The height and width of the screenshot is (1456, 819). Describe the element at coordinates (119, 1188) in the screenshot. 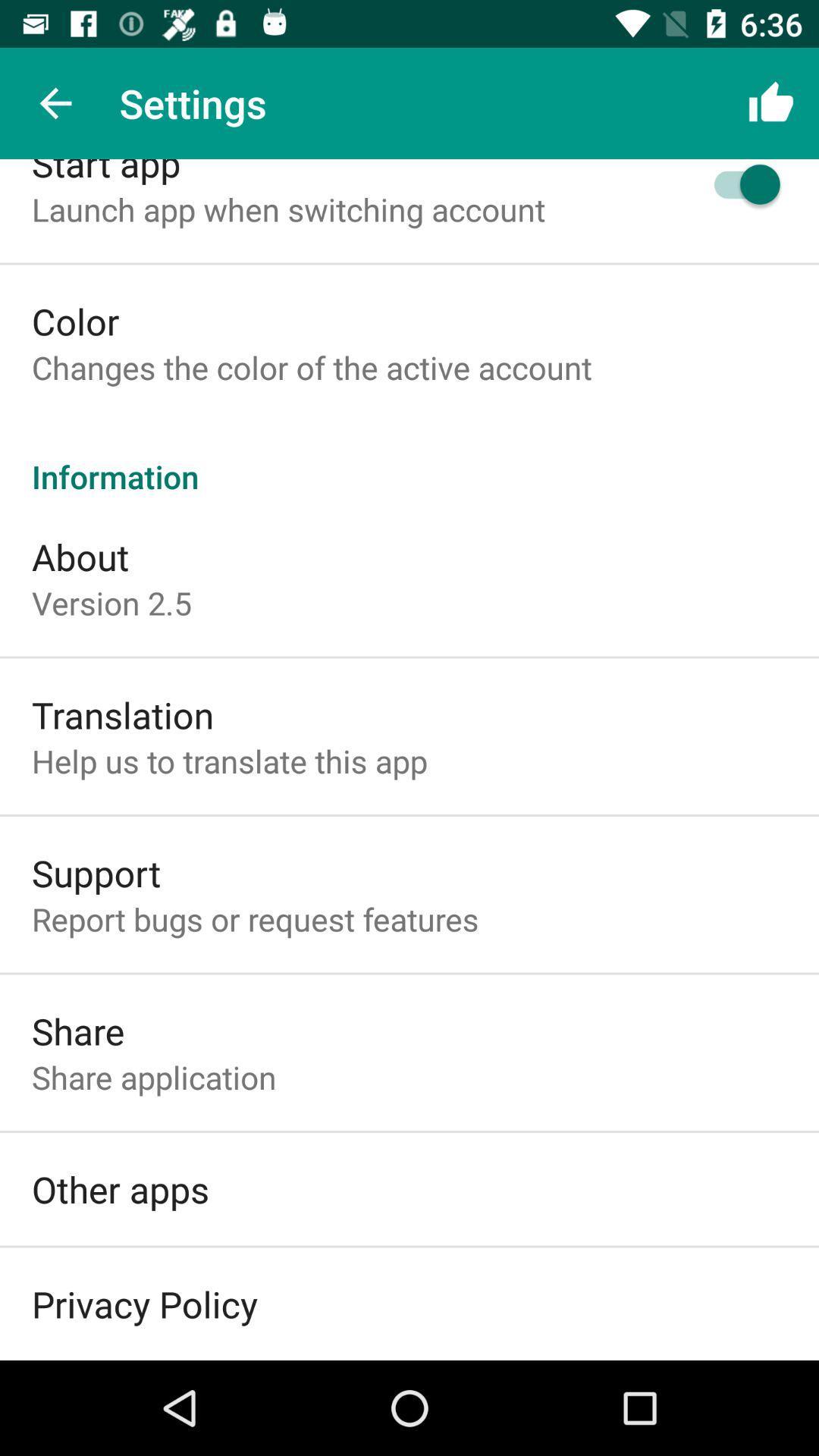

I see `the other apps icon` at that location.